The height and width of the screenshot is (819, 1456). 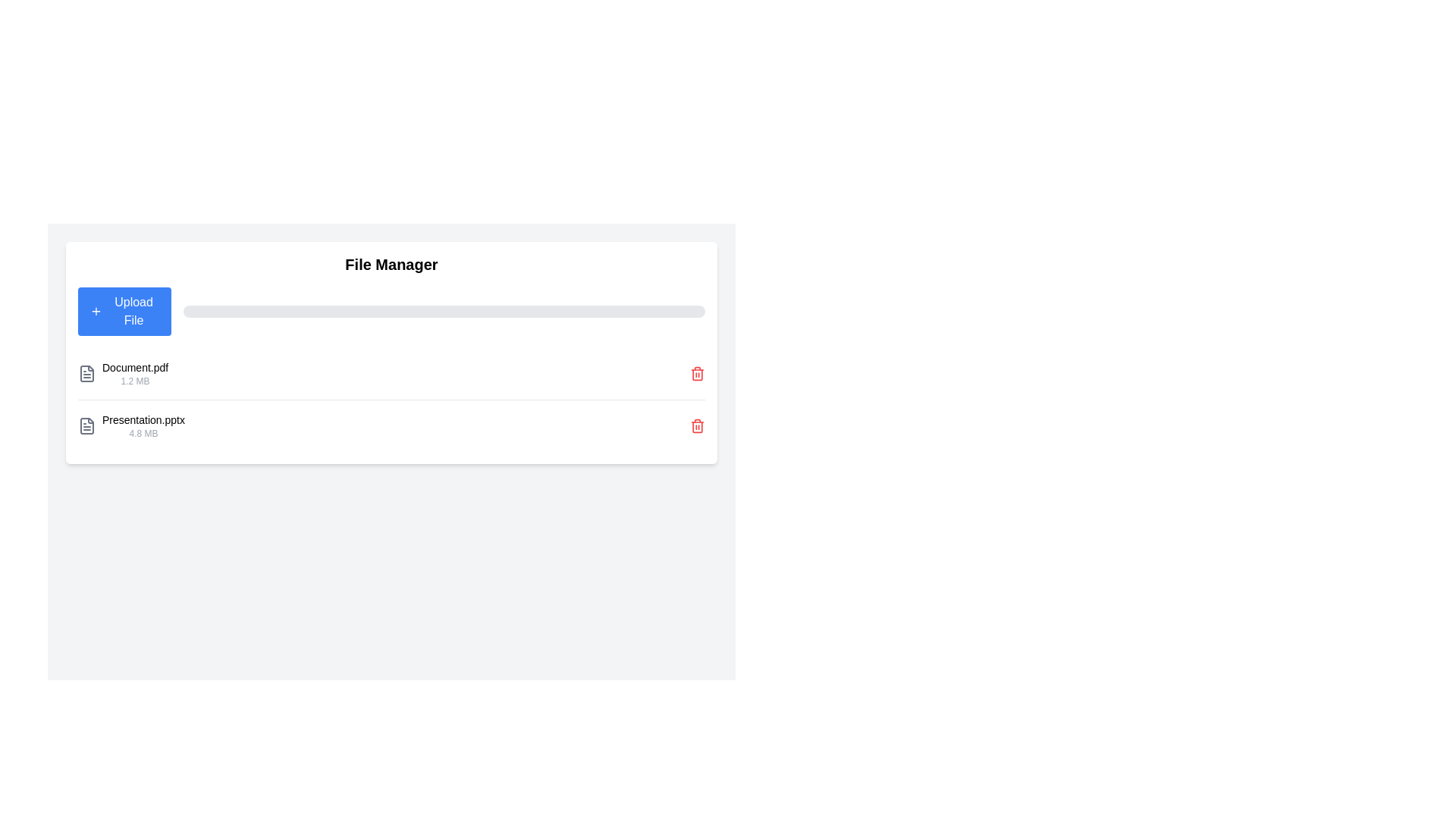 What do you see at coordinates (143, 420) in the screenshot?
I see `the text label displaying the file name for the associated file entry, located under the 'File Manager' header and above the file size information, specifically the second item listed below 'Document.pdf'` at bounding box center [143, 420].